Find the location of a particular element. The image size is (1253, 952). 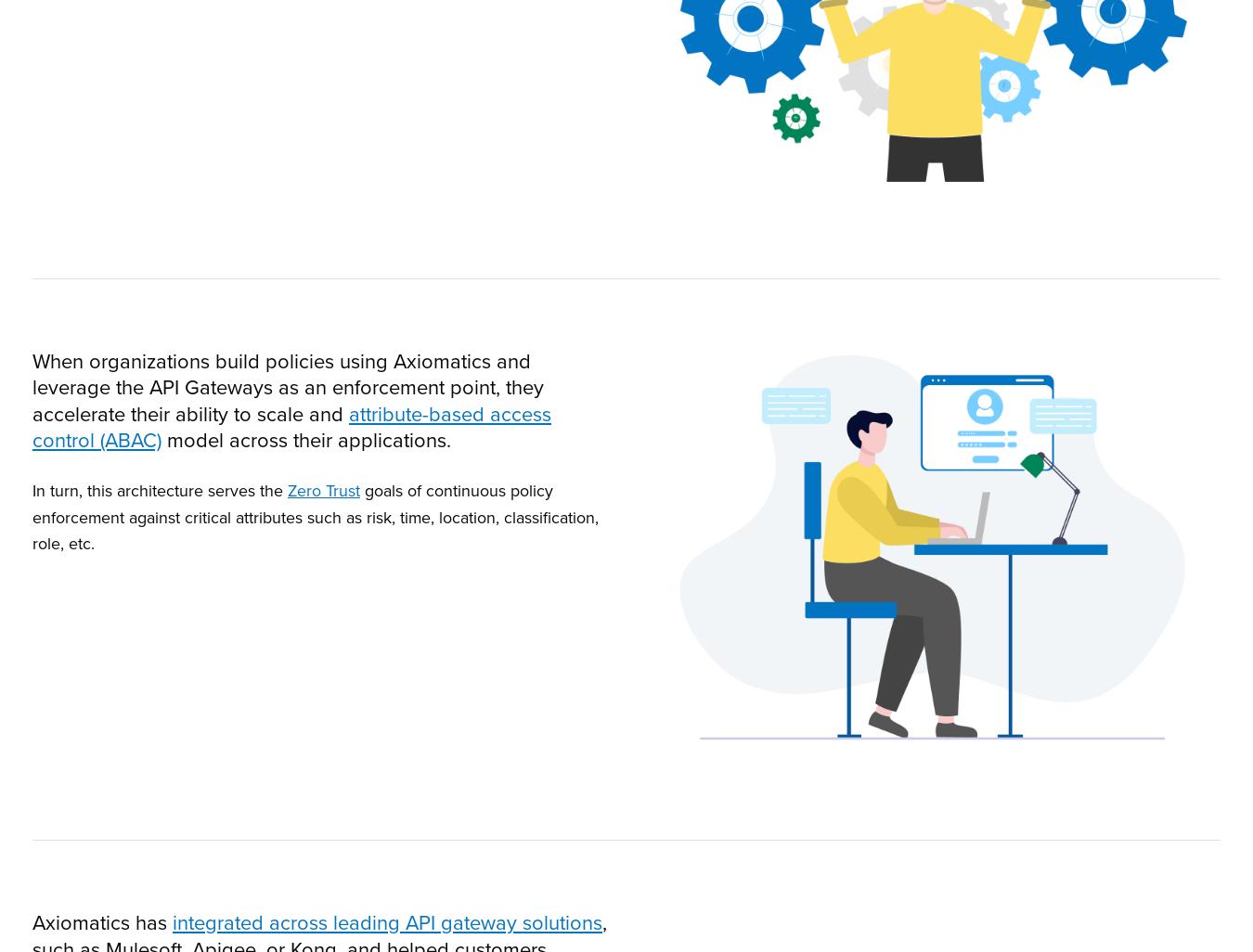

'This website stores cookies on your computer. These cookies are used to improve your website experience and provide more personalized services to you, both on this website and through other media. To find out more about the cookies we use, see our' is located at coordinates (624, 754).